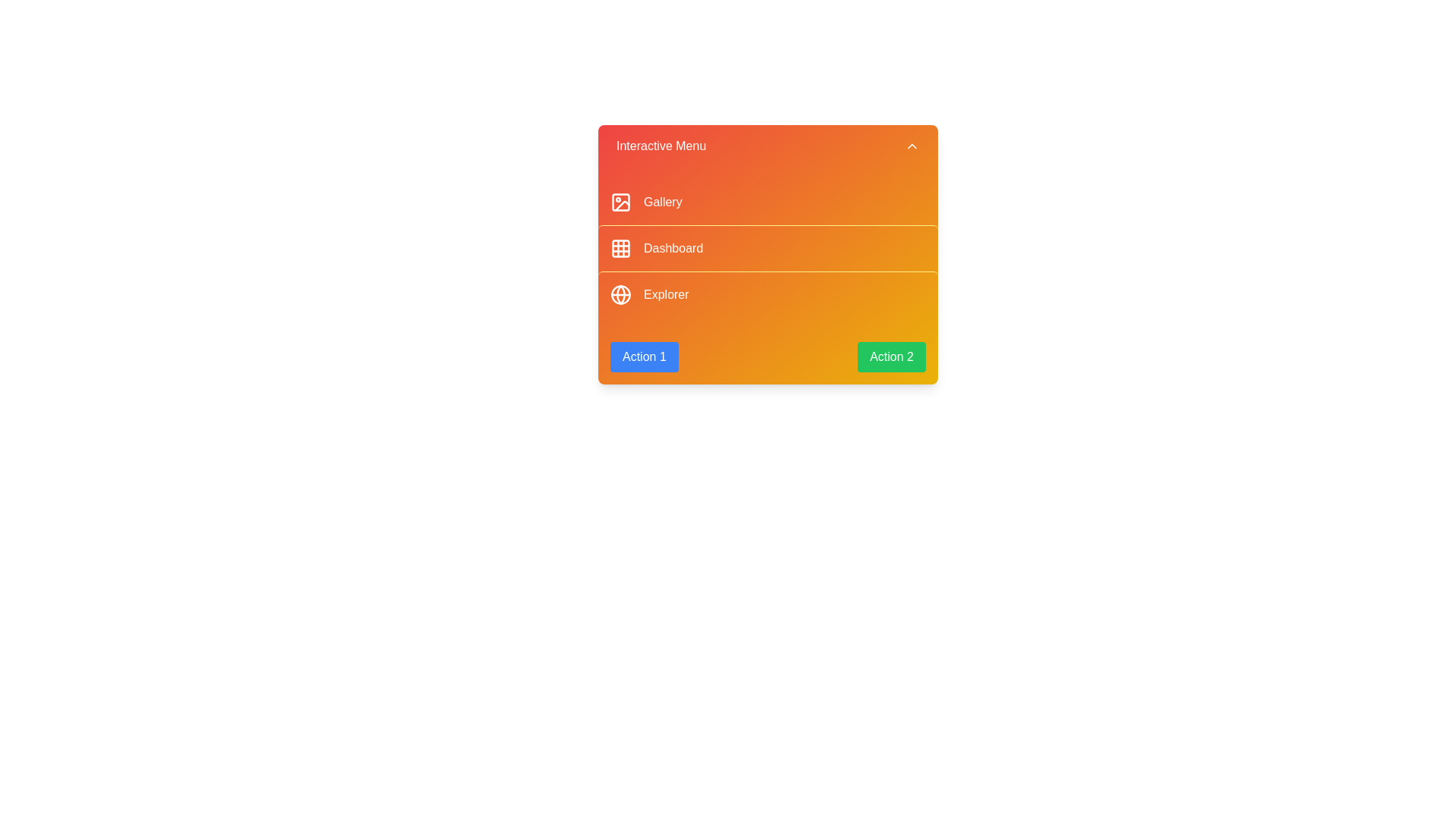 The height and width of the screenshot is (819, 1456). What do you see at coordinates (767, 294) in the screenshot?
I see `the menu item corresponding to Explorer` at bounding box center [767, 294].